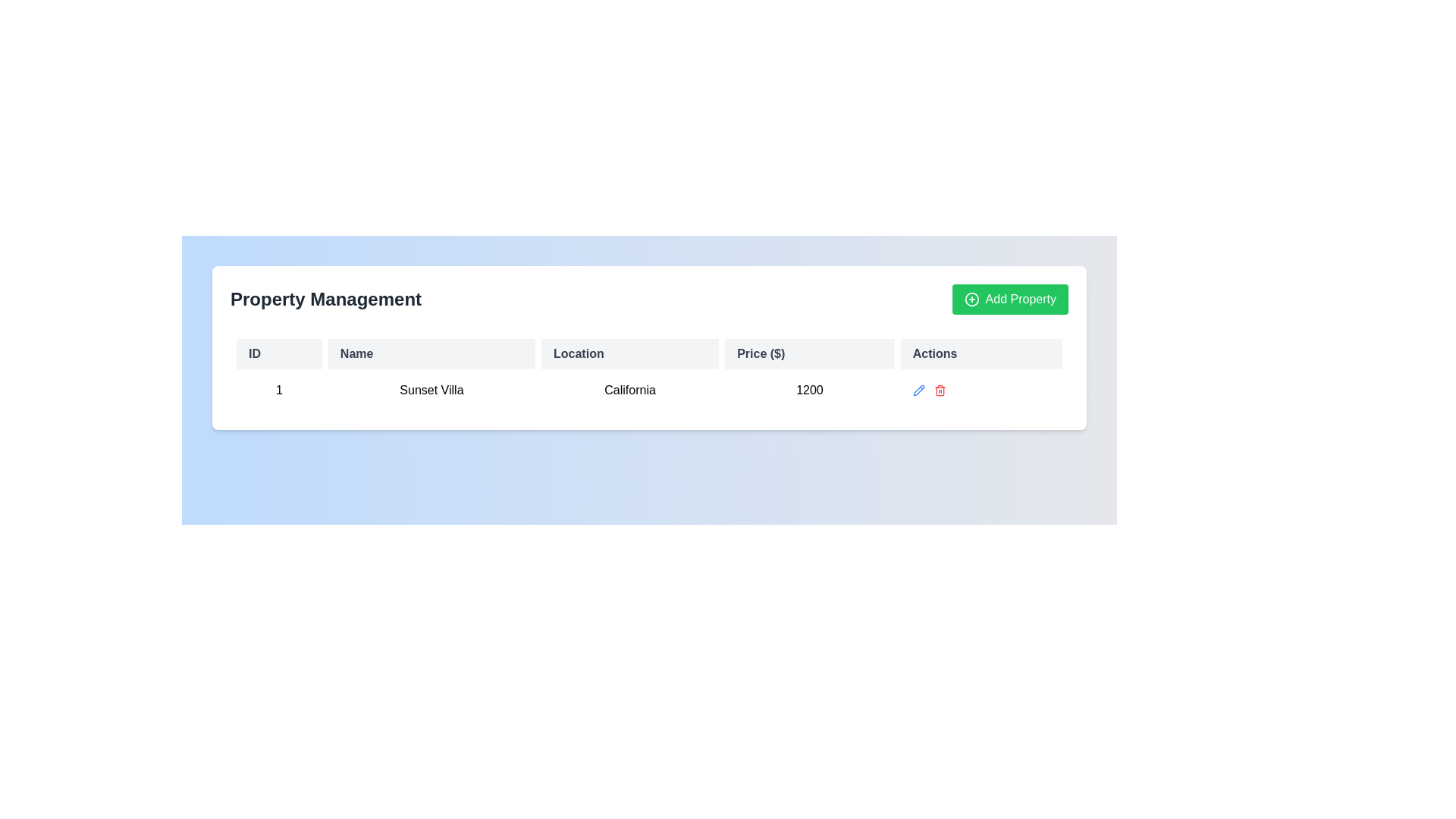  I want to click on the bold, black numeral '1' text label located in the first column of the table row under the 'ID' header, so click(279, 390).